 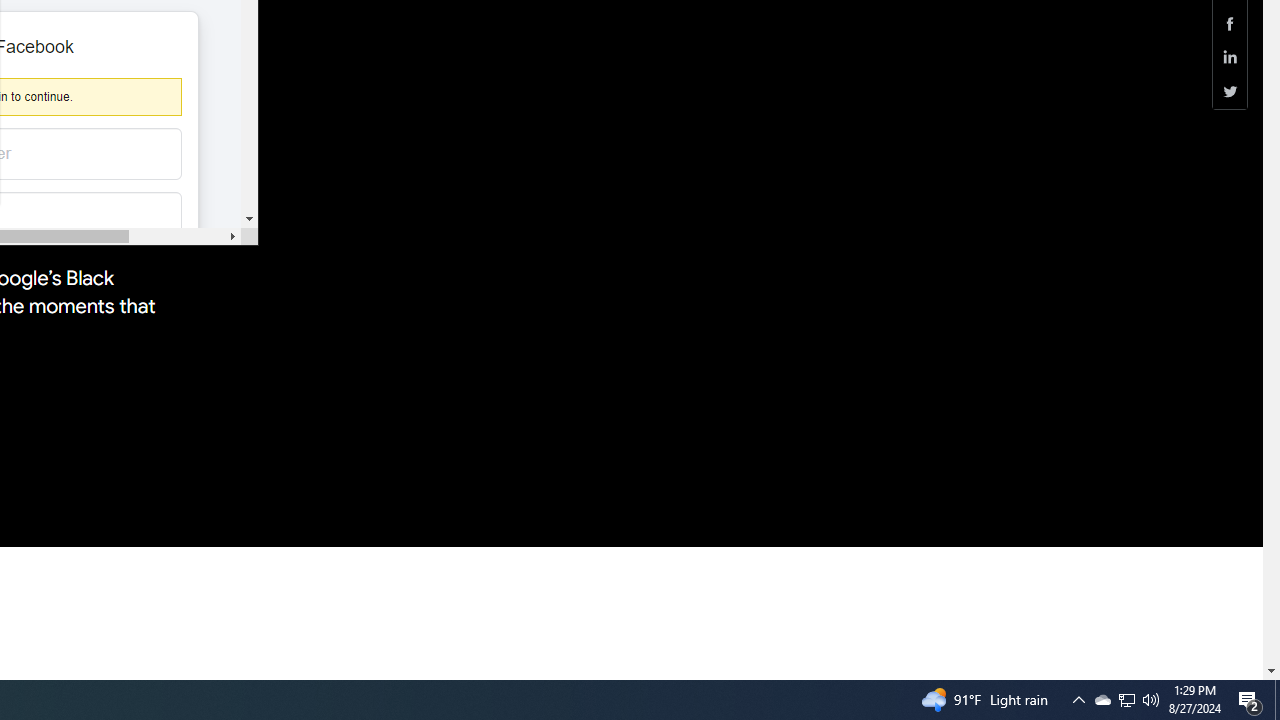 What do you see at coordinates (1127, 698) in the screenshot?
I see `'User Promoted Notification Area'` at bounding box center [1127, 698].